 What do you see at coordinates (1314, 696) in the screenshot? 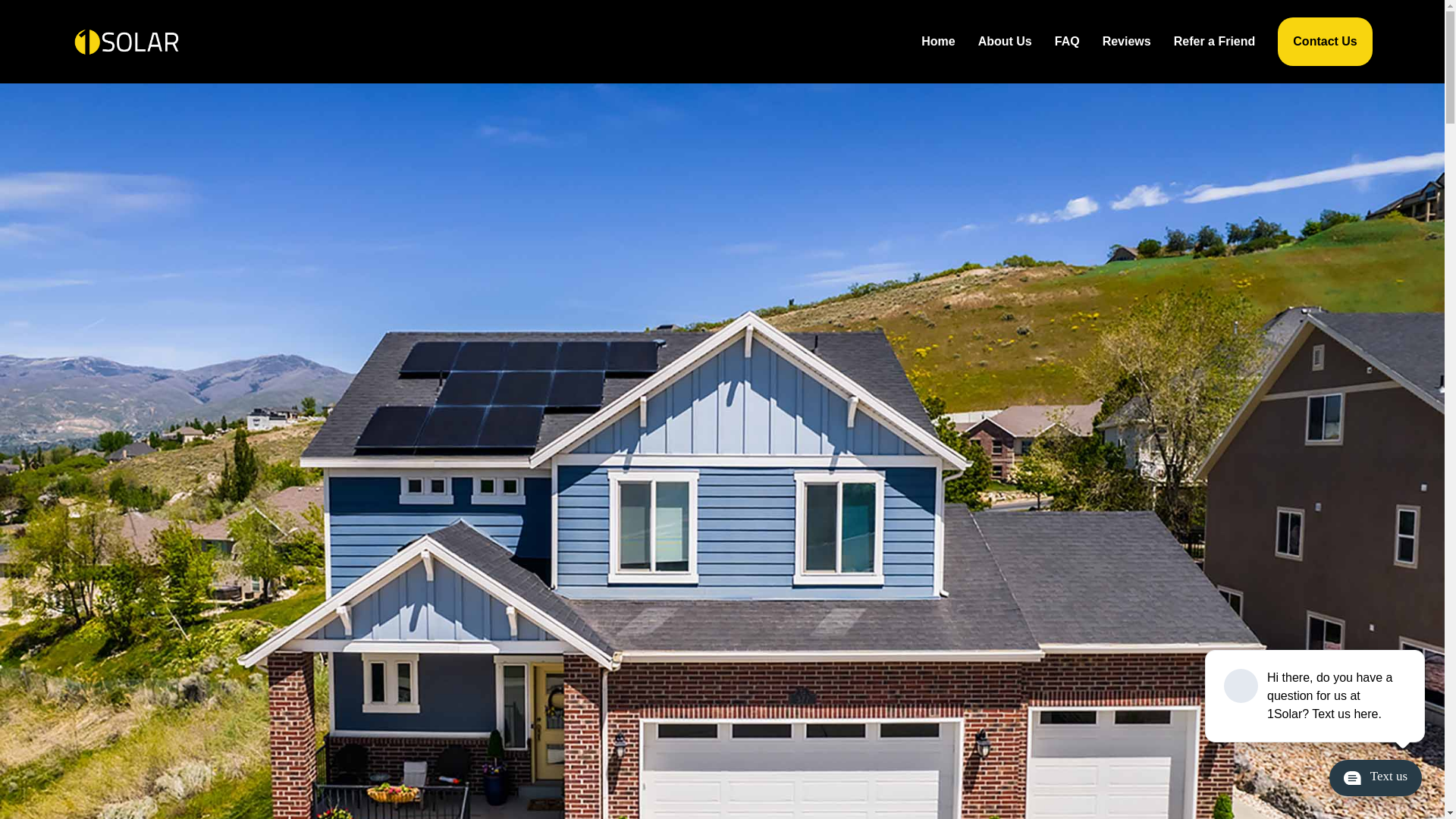
I see `'podium webchat widget prompt'` at bounding box center [1314, 696].